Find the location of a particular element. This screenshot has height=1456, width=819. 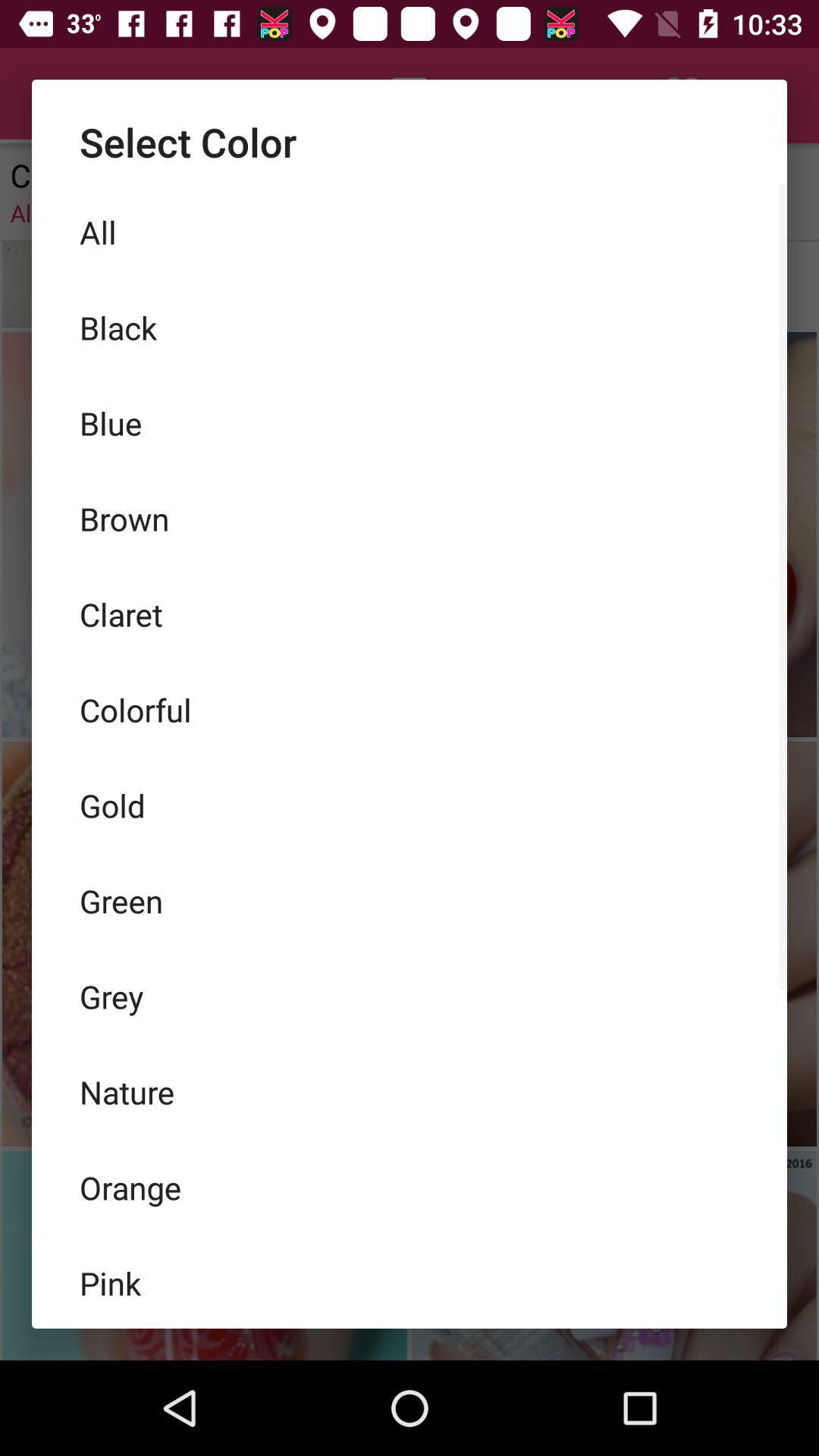

the item below nature is located at coordinates (409, 1186).